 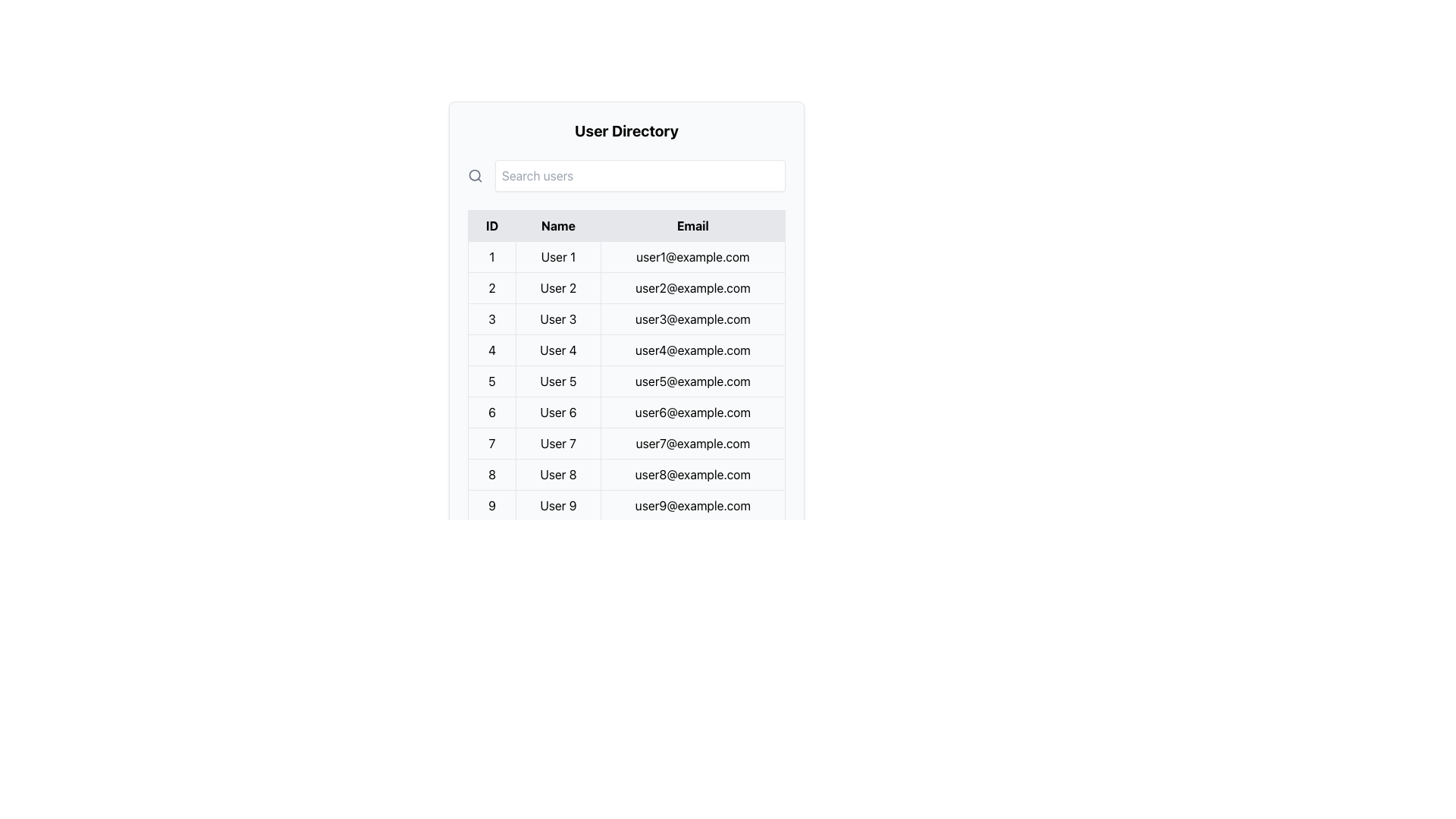 I want to click on the first row of the user information table, so click(x=626, y=256).